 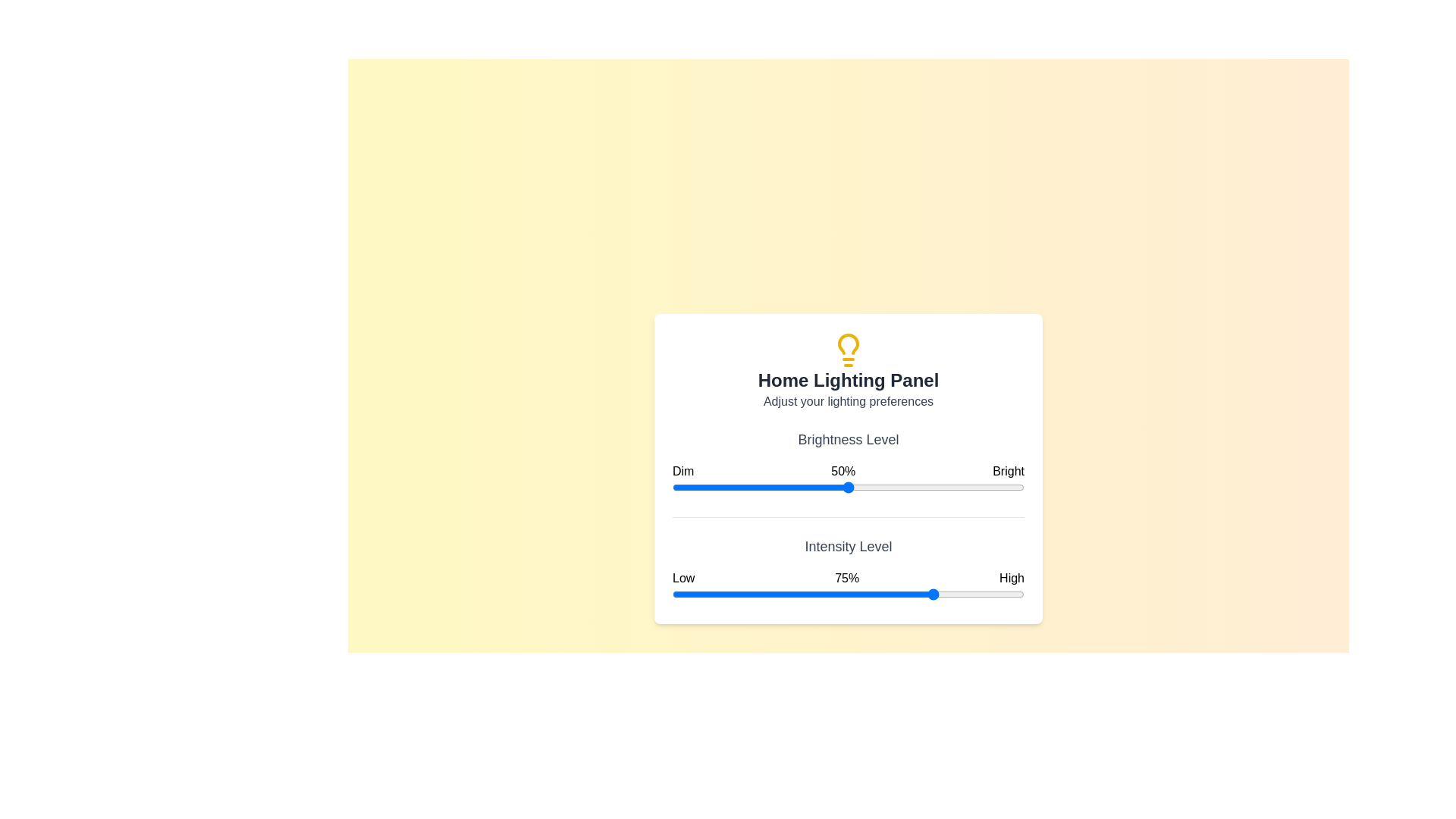 What do you see at coordinates (918, 593) in the screenshot?
I see `the Intensity Level slider` at bounding box center [918, 593].